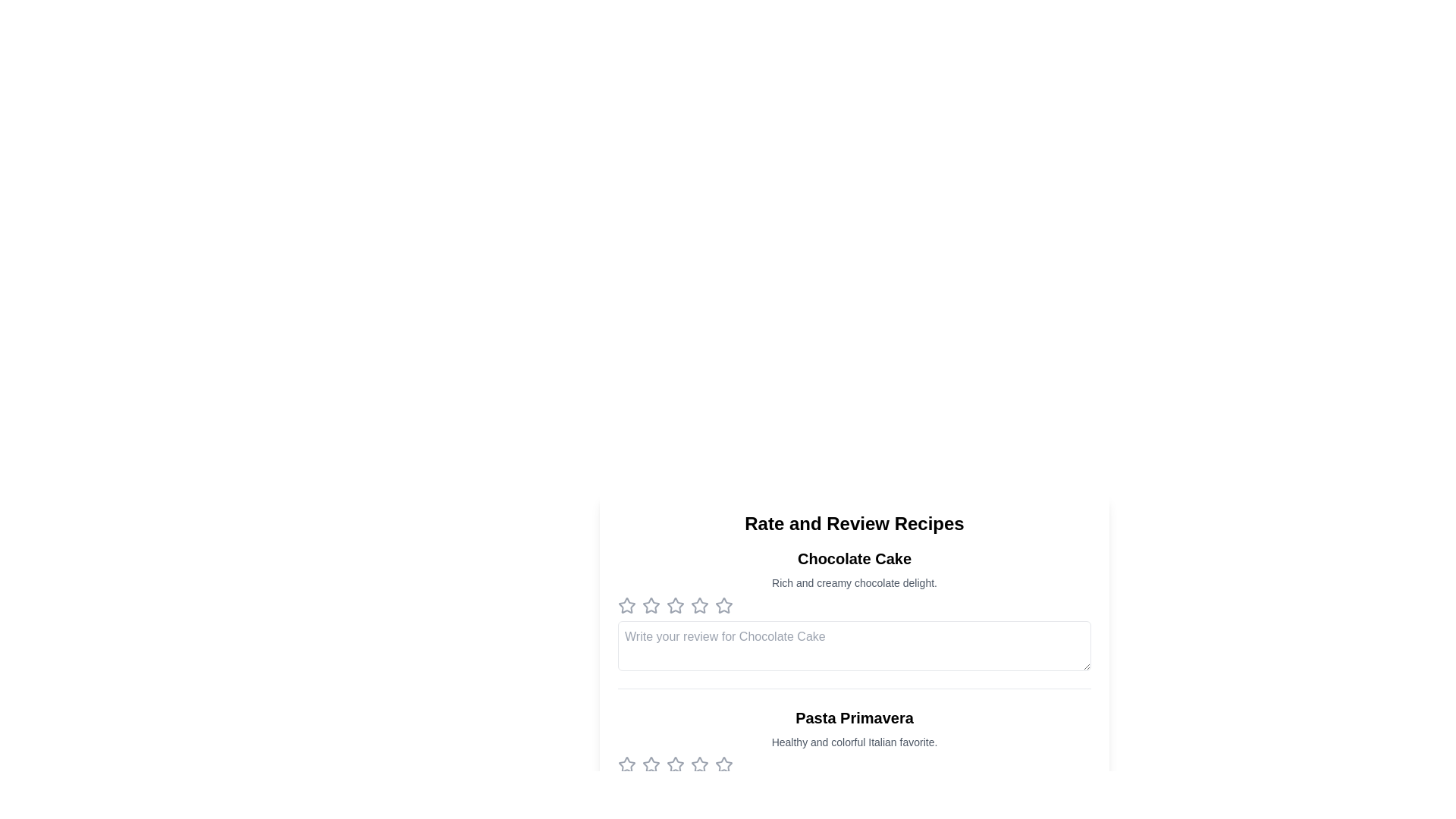 Image resolution: width=1456 pixels, height=819 pixels. I want to click on the third star in the star rating button sequence located directly below the 'Pasta Primavera' heading to assign a rating of three stars, so click(675, 765).